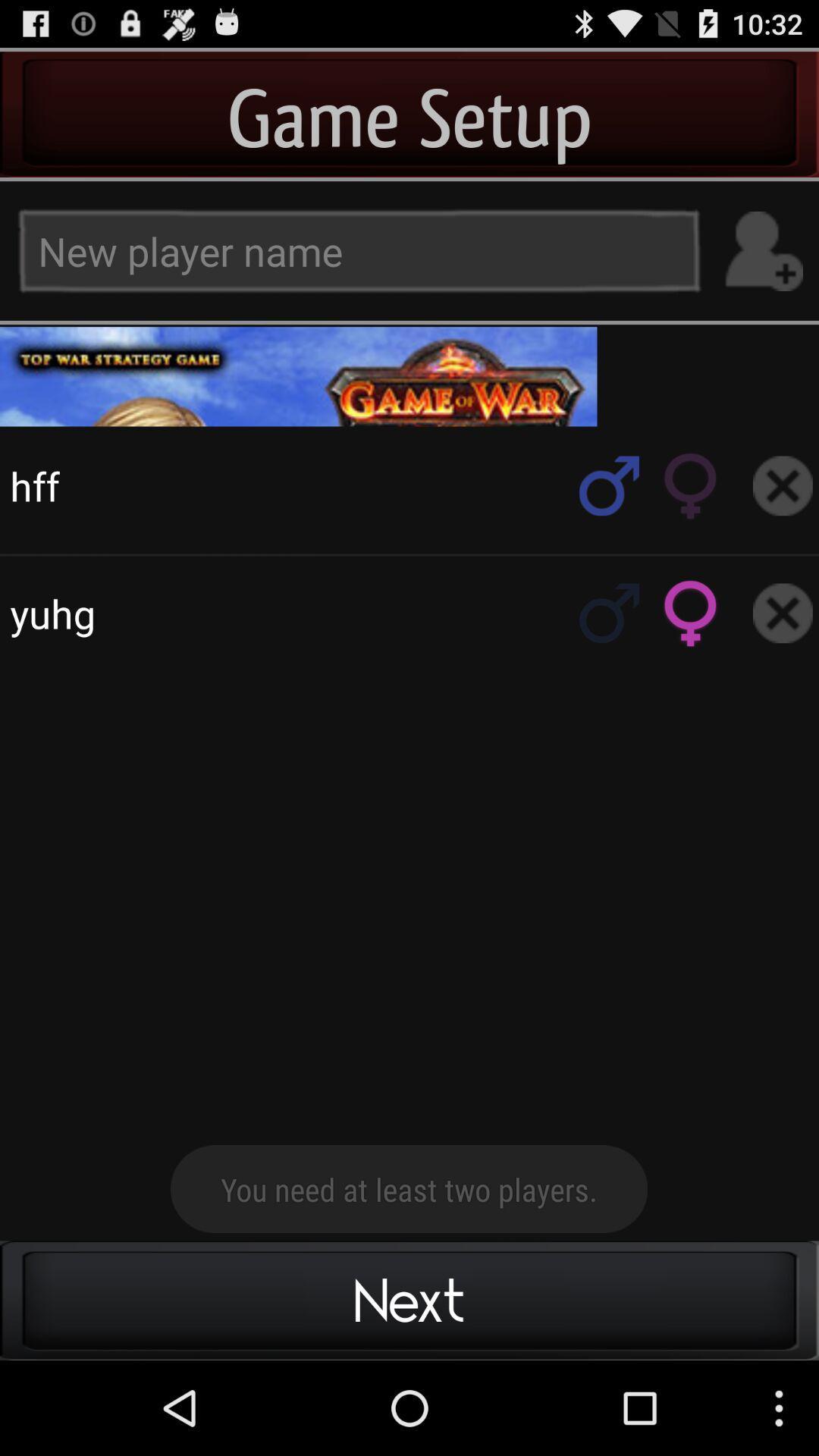 This screenshot has width=819, height=1456. Describe the element at coordinates (783, 613) in the screenshot. I see `unselect an item` at that location.